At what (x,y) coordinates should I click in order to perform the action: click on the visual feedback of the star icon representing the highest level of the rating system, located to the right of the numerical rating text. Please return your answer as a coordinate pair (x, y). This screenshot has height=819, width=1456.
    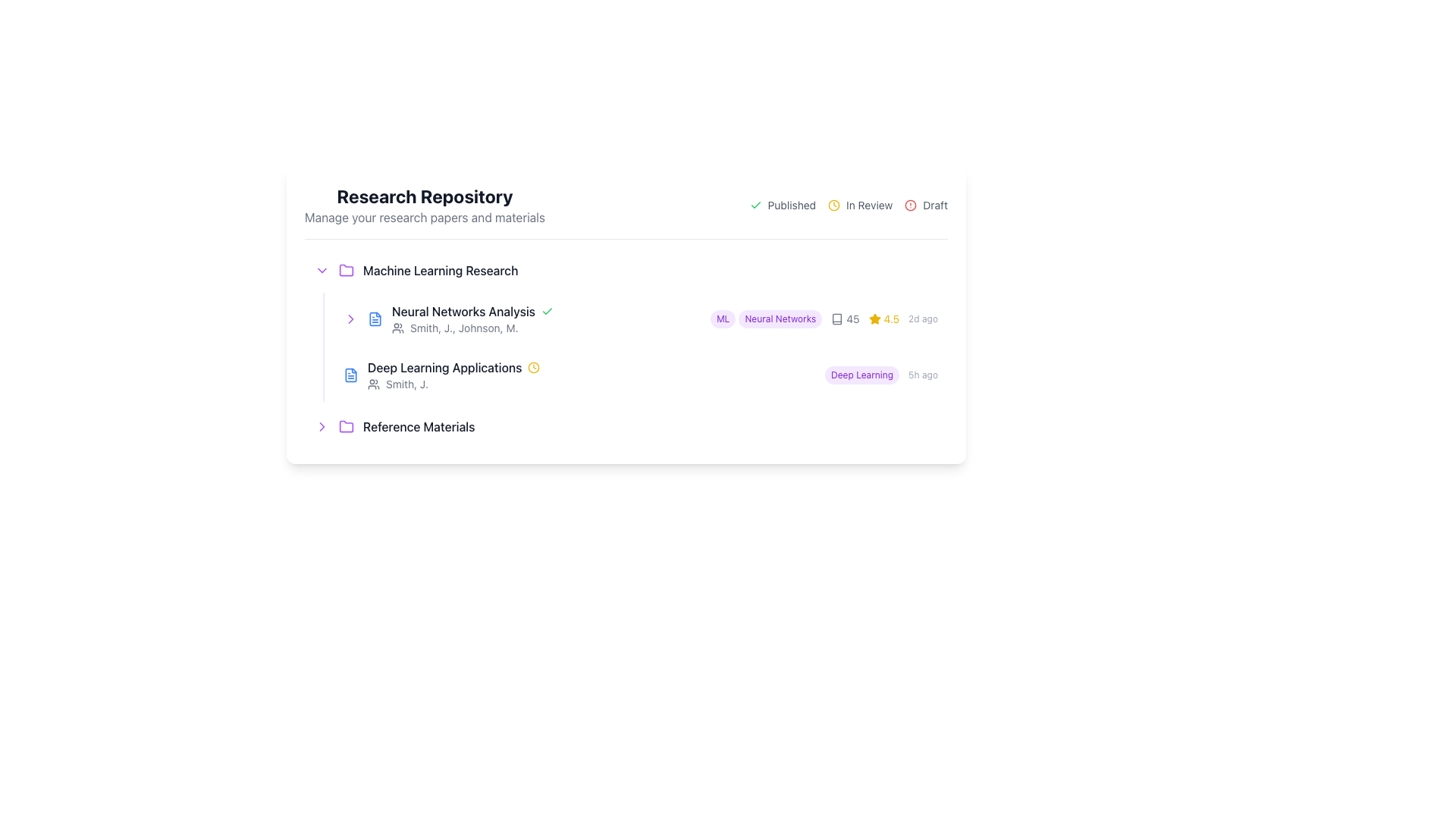
    Looking at the image, I should click on (874, 318).